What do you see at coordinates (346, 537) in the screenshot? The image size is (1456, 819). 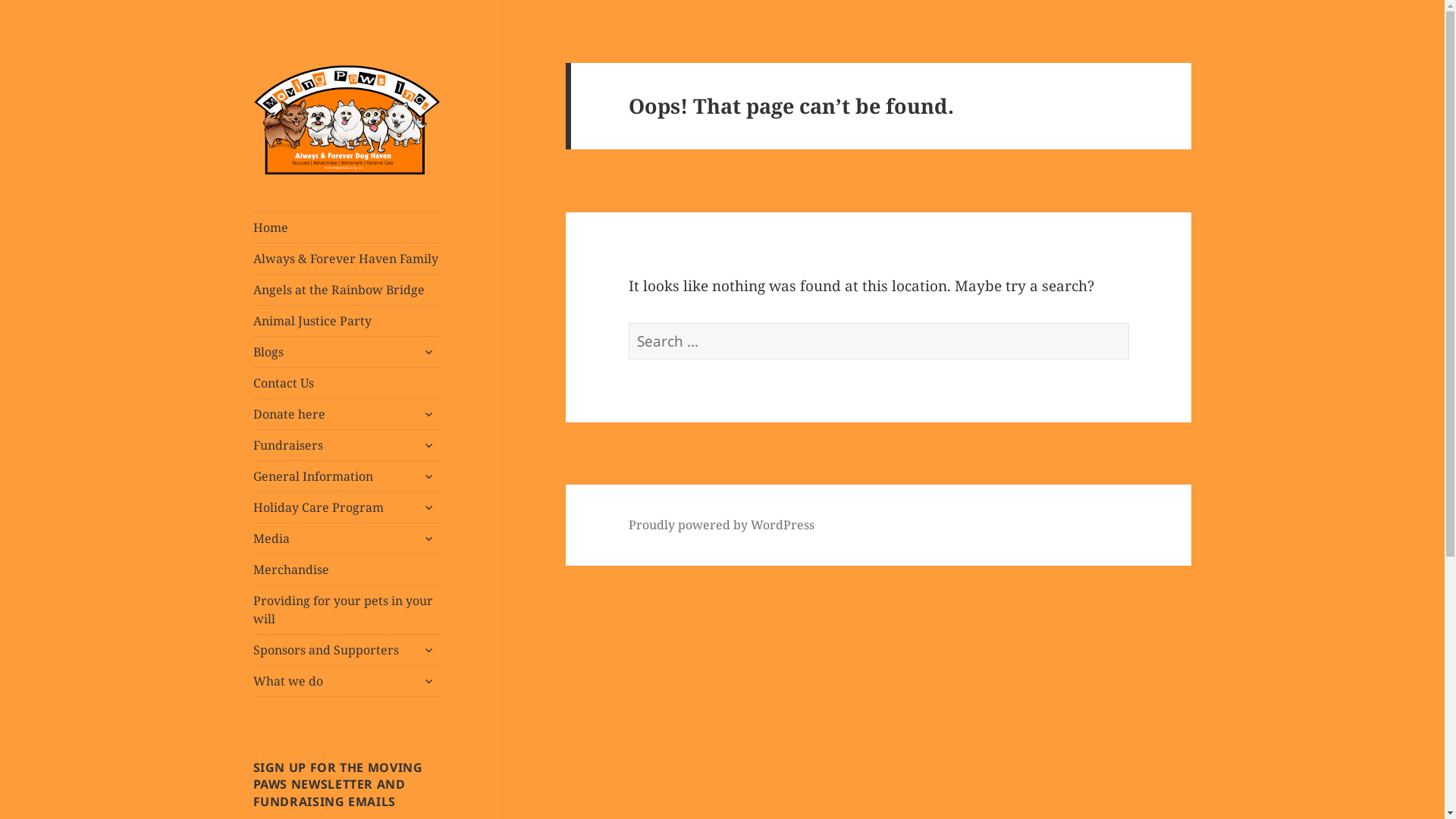 I see `'Media'` at bounding box center [346, 537].